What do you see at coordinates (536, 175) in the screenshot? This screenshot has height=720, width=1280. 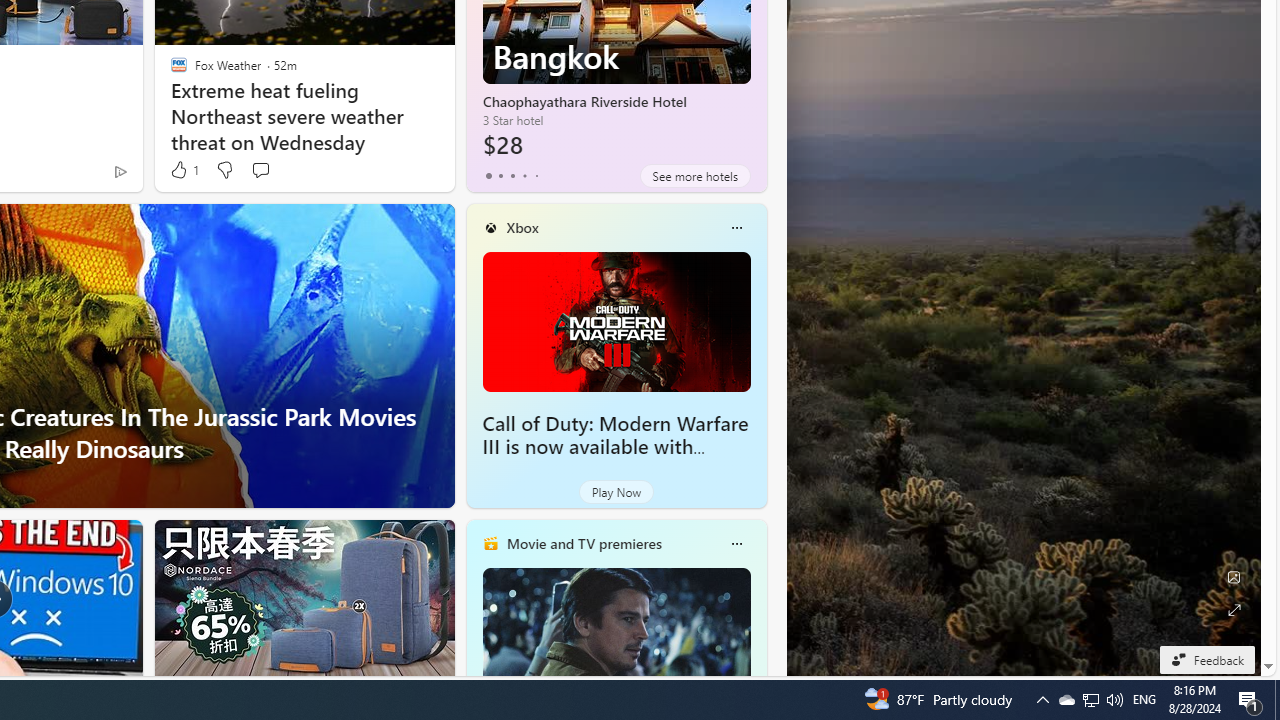 I see `'tab-4'` at bounding box center [536, 175].